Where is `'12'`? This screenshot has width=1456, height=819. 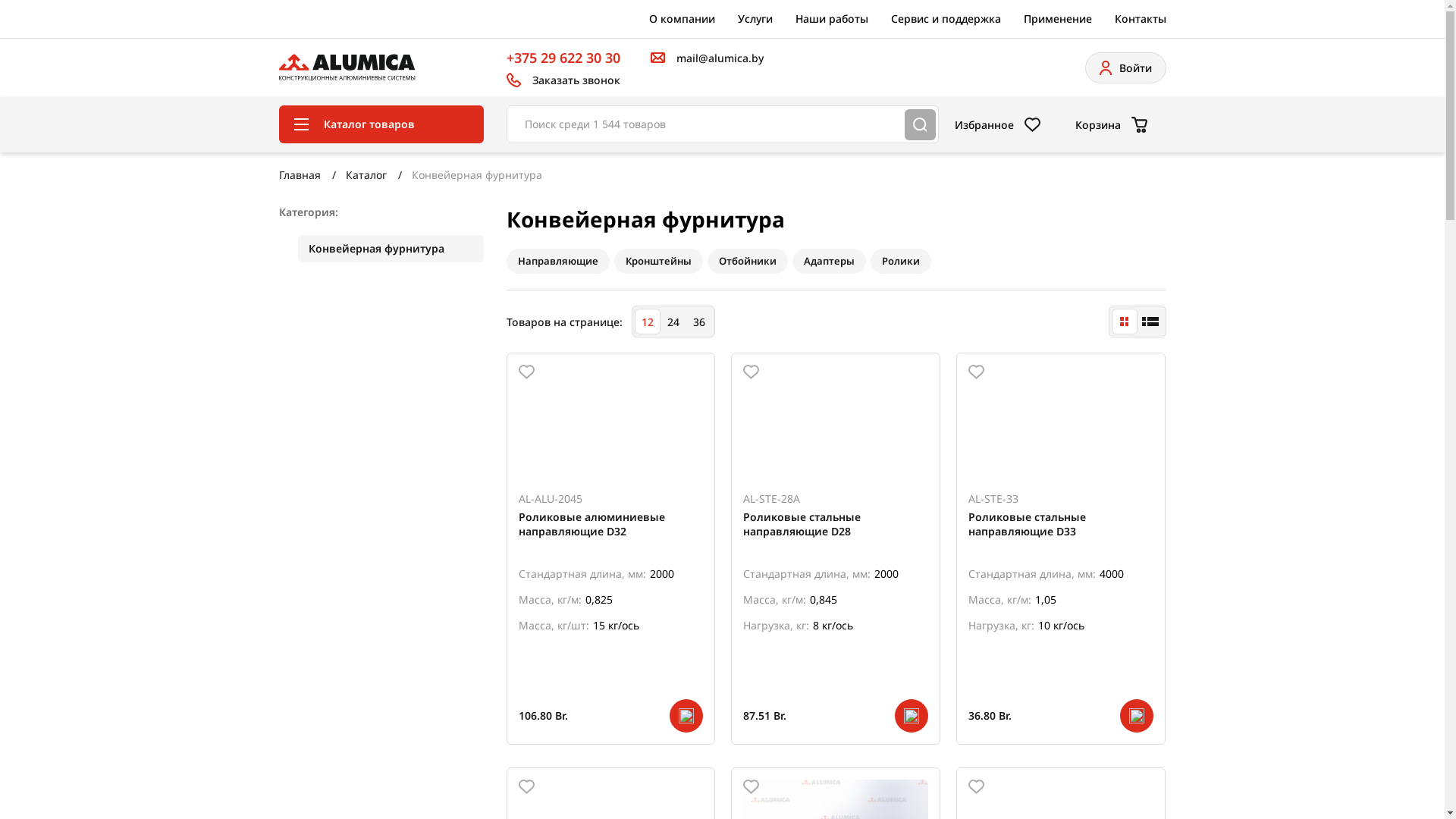
'12' is located at coordinates (647, 321).